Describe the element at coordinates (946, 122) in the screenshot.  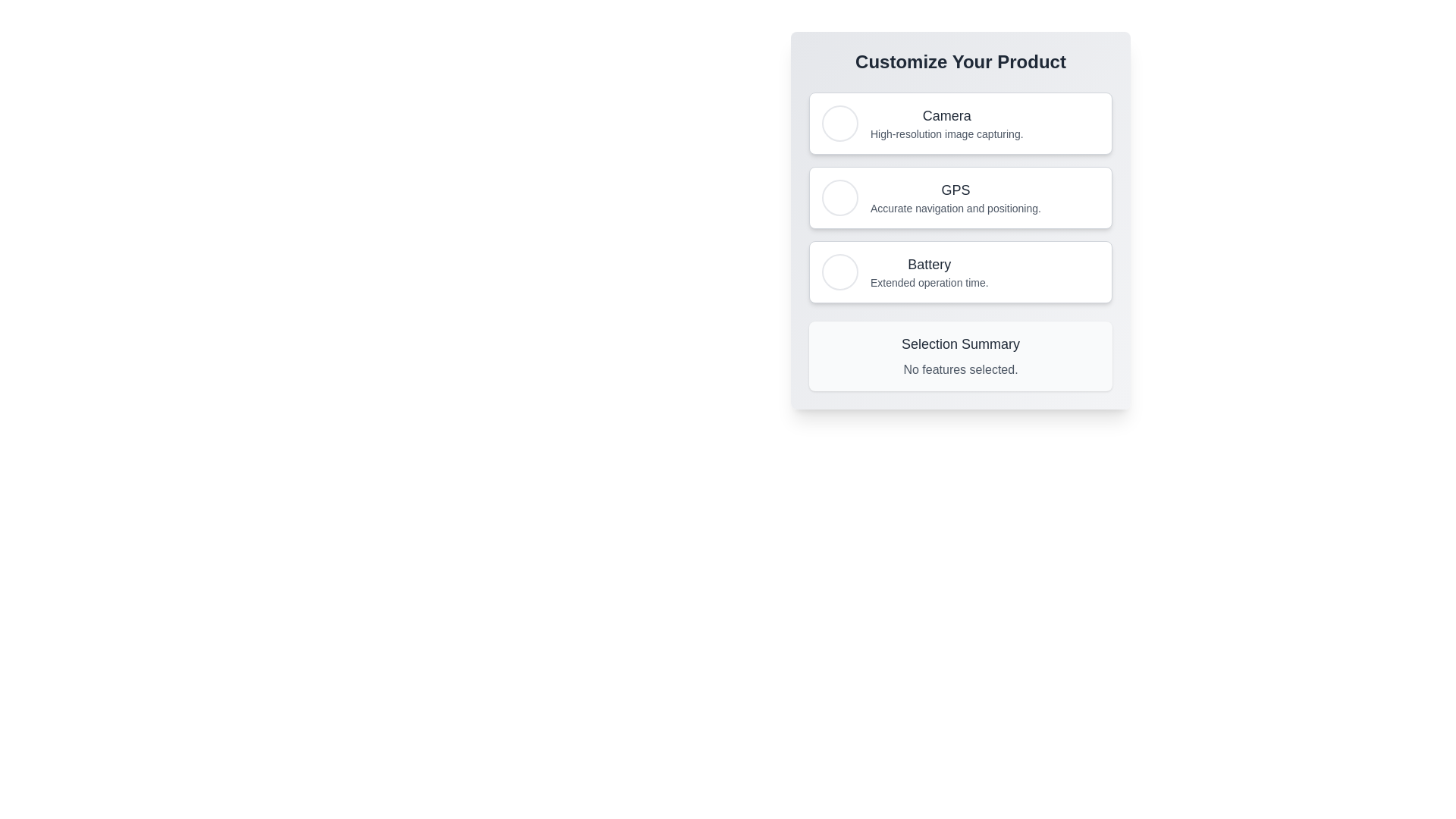
I see `the 'Camera' text label which displays high-resolution image capturing information by reading its description to understand the functionality` at that location.